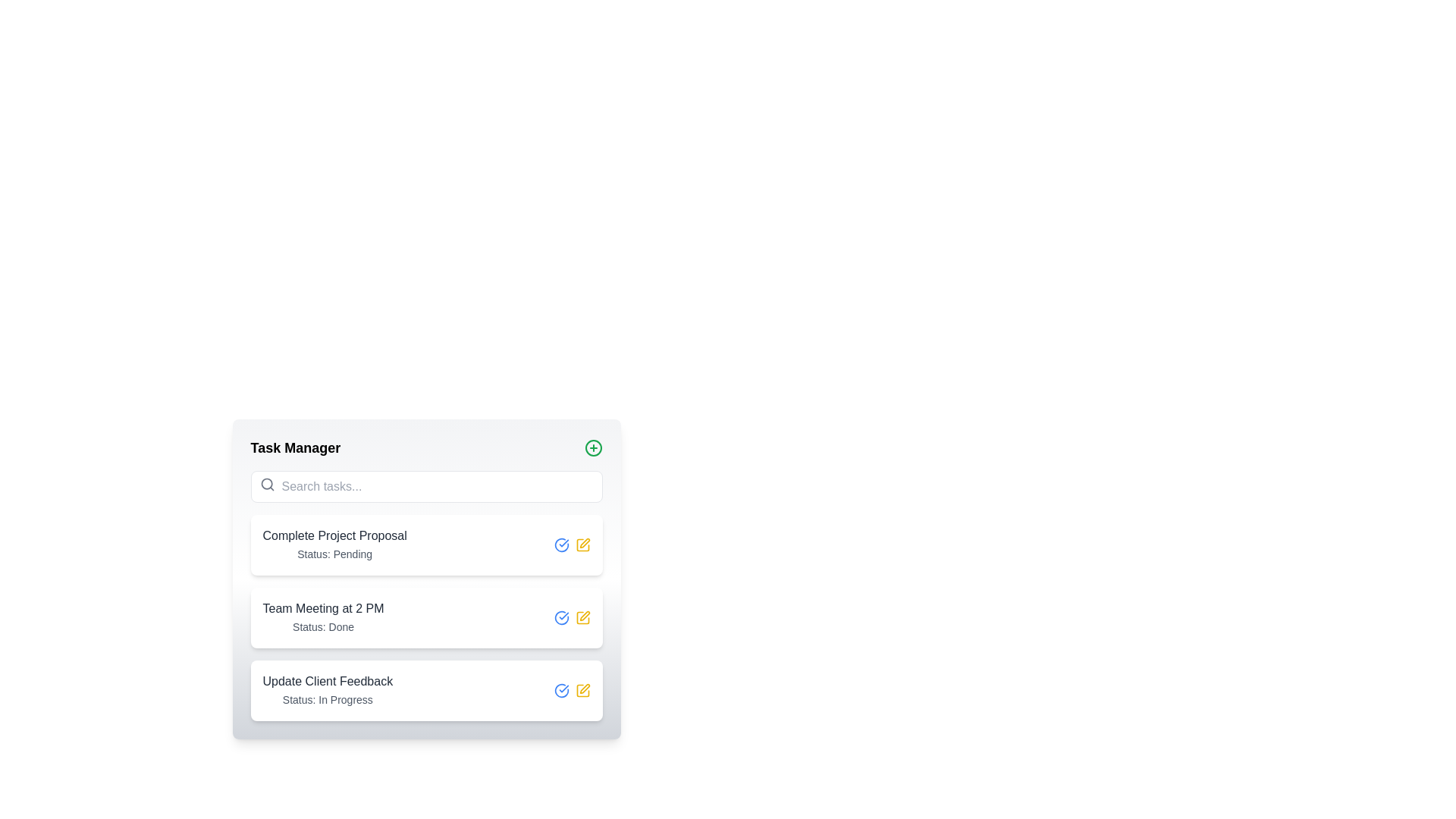  What do you see at coordinates (322, 617) in the screenshot?
I see `the task entry displaying 'Team Meeting at 2 PM' with the status 'Status: Done' in the Task Manager` at bounding box center [322, 617].